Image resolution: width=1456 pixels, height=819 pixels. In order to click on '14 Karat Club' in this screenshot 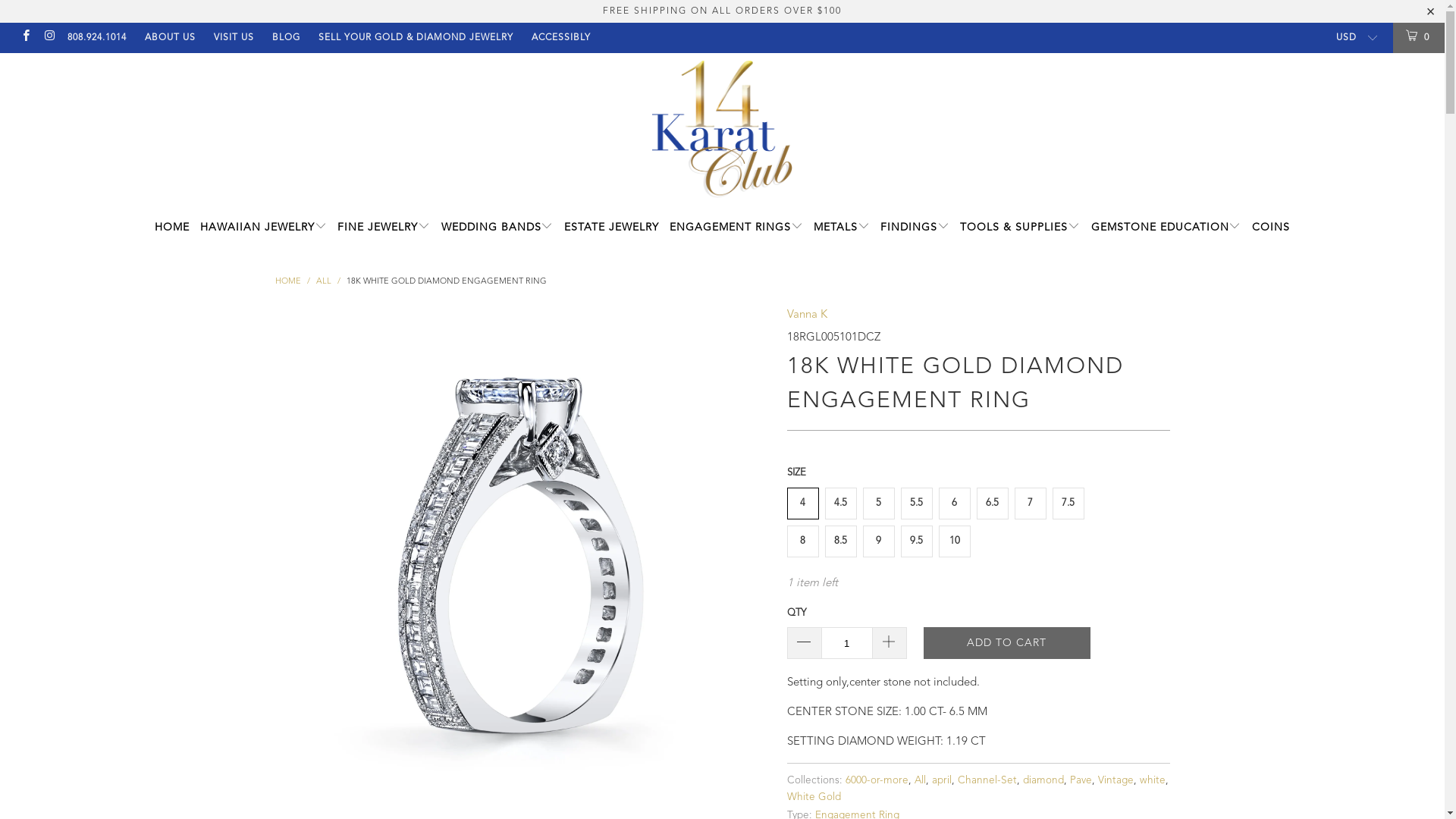, I will do `click(721, 128)`.